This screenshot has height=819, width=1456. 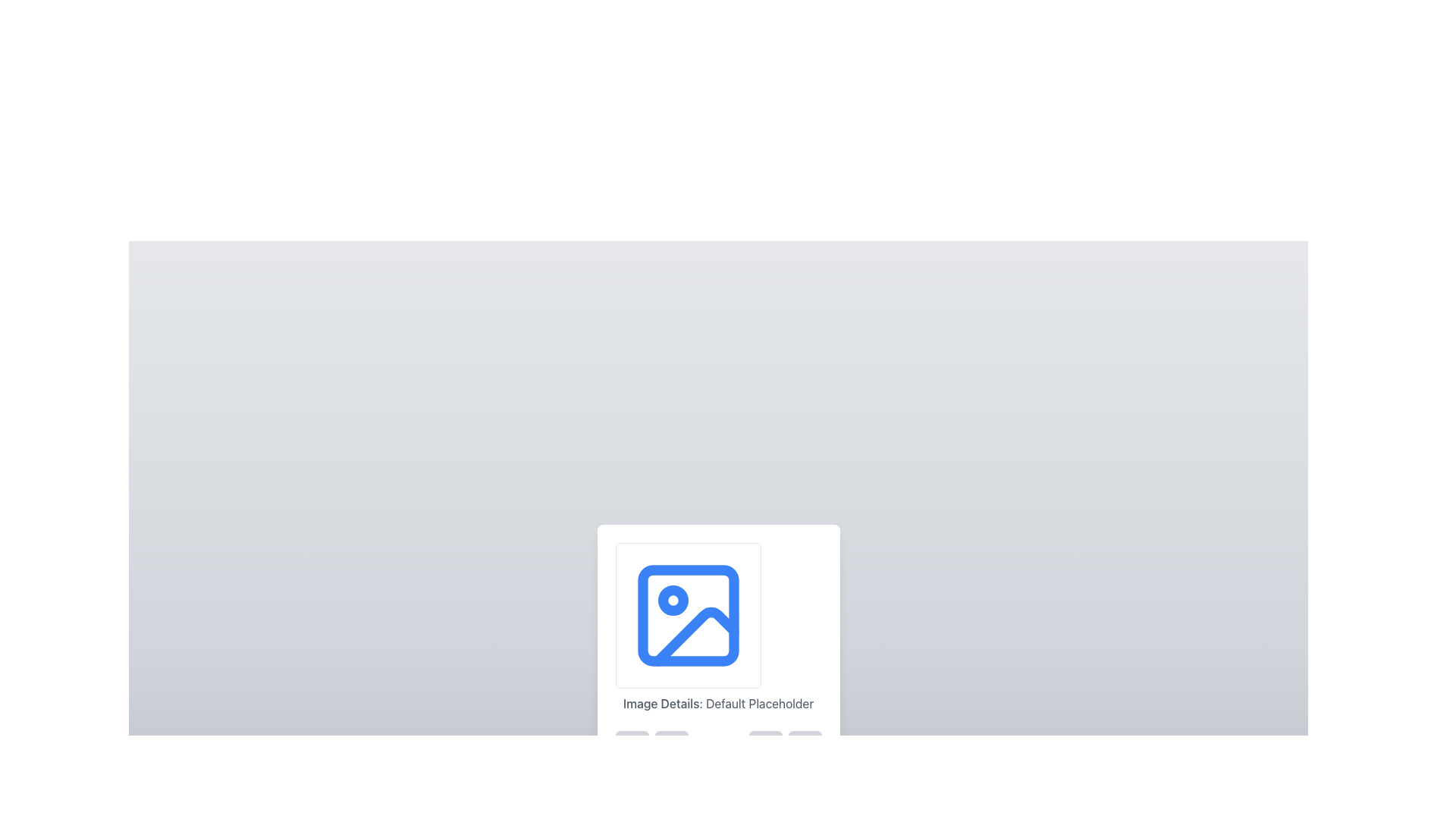 What do you see at coordinates (661, 704) in the screenshot?
I see `the 'Image Details' text label` at bounding box center [661, 704].